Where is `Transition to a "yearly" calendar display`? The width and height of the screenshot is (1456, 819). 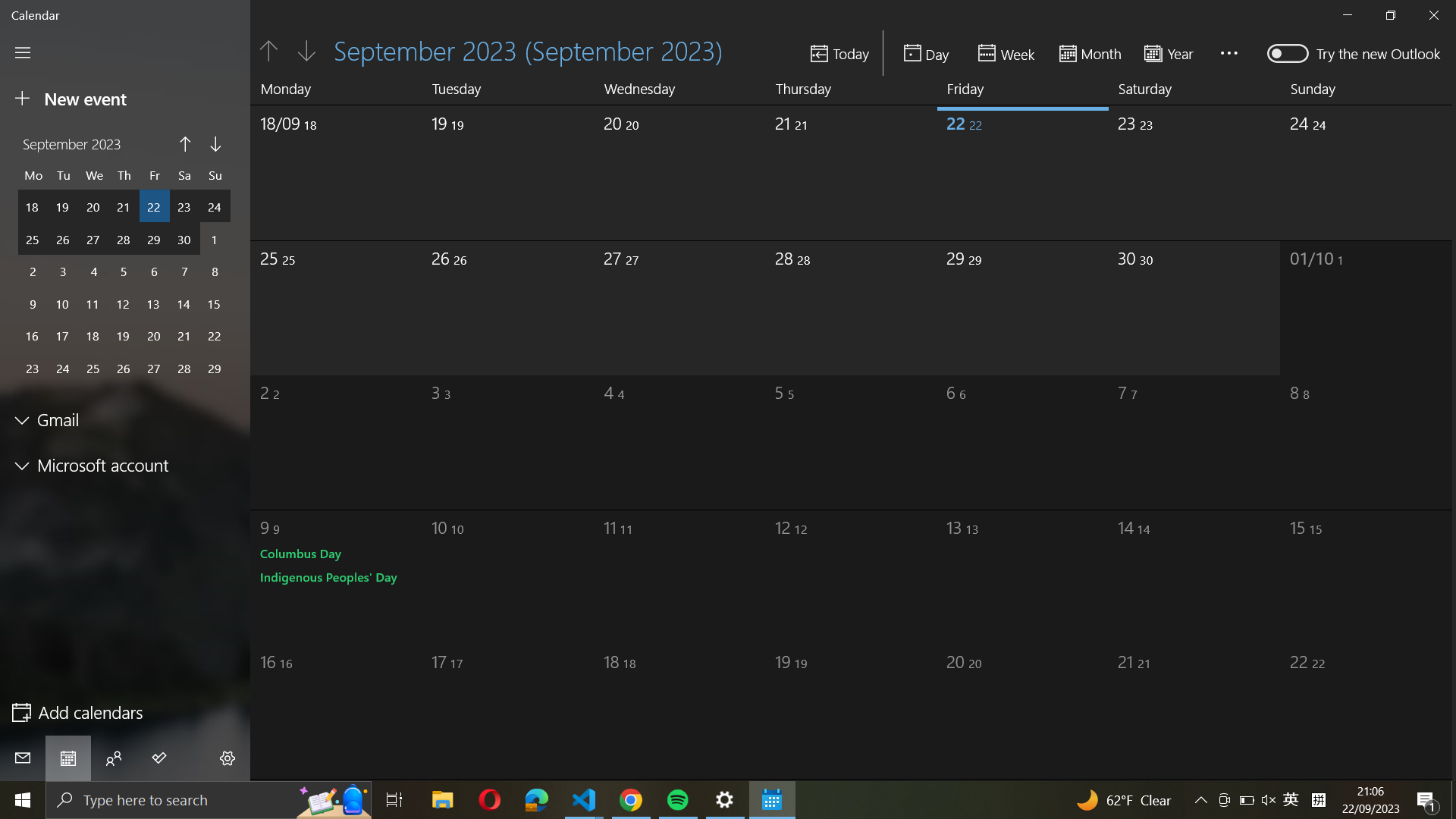
Transition to a "yearly" calendar display is located at coordinates (1173, 52).